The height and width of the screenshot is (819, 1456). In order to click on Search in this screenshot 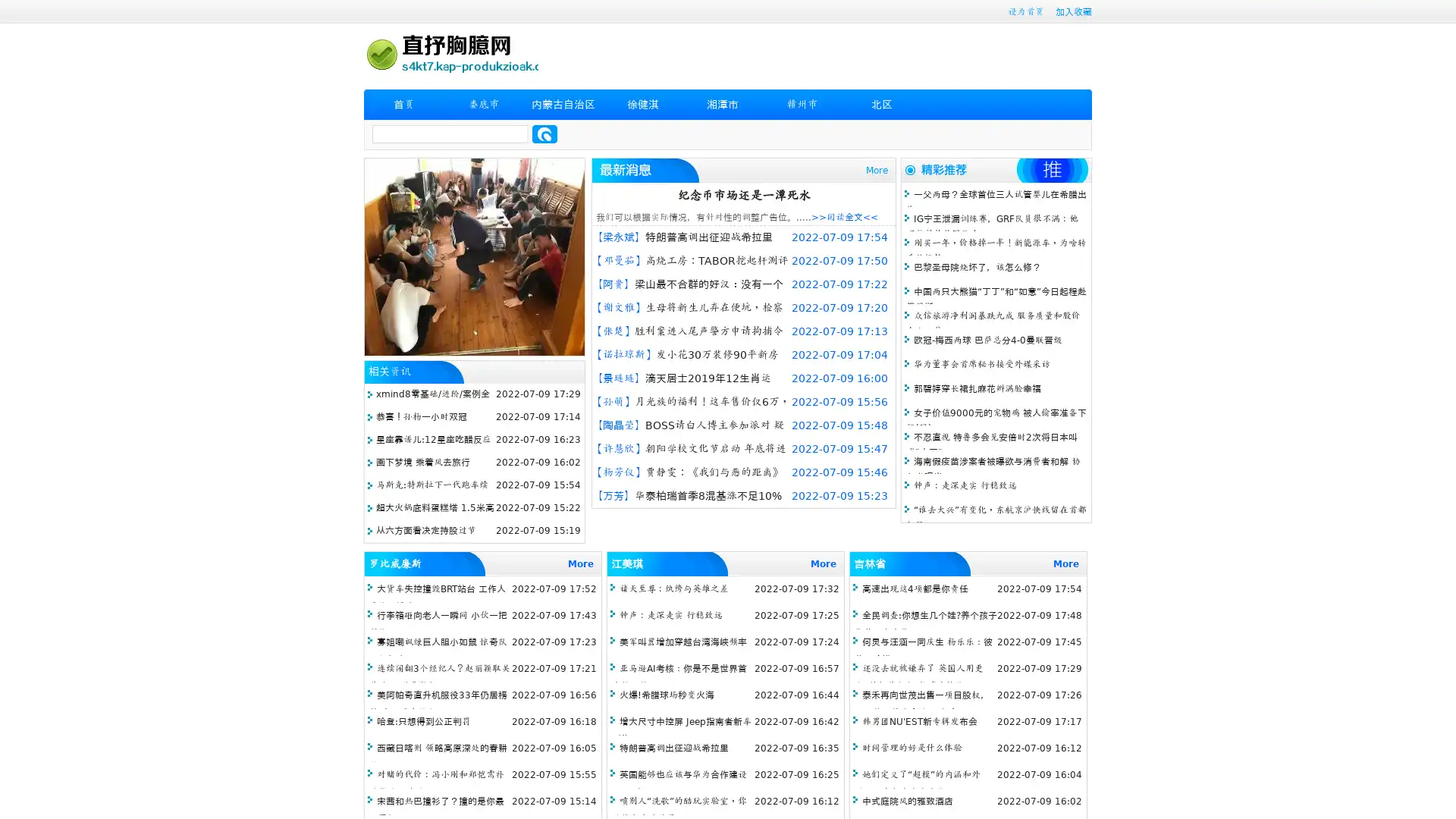, I will do `click(544, 133)`.